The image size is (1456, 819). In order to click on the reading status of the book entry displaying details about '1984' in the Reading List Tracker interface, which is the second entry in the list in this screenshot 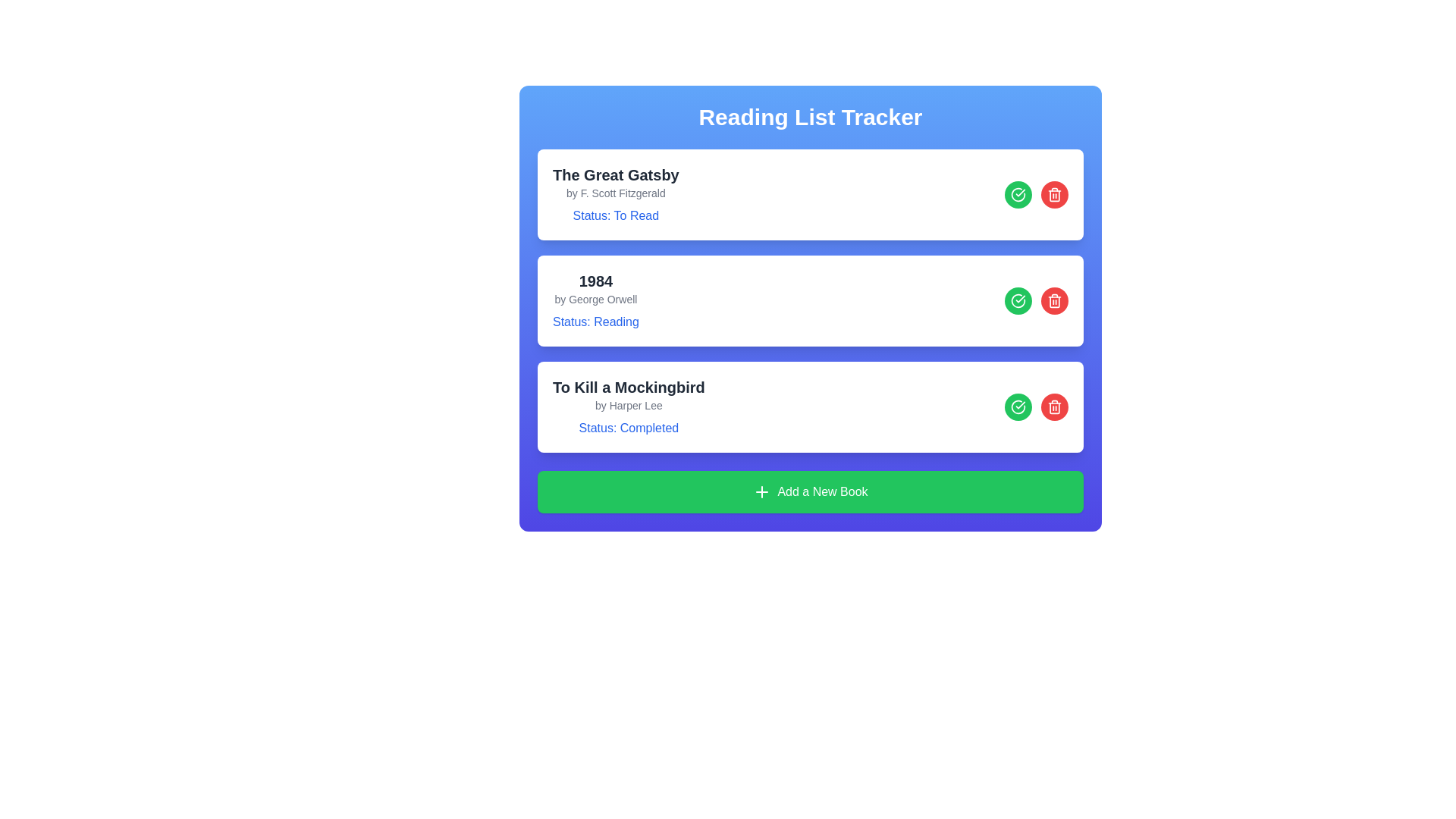, I will do `click(595, 301)`.